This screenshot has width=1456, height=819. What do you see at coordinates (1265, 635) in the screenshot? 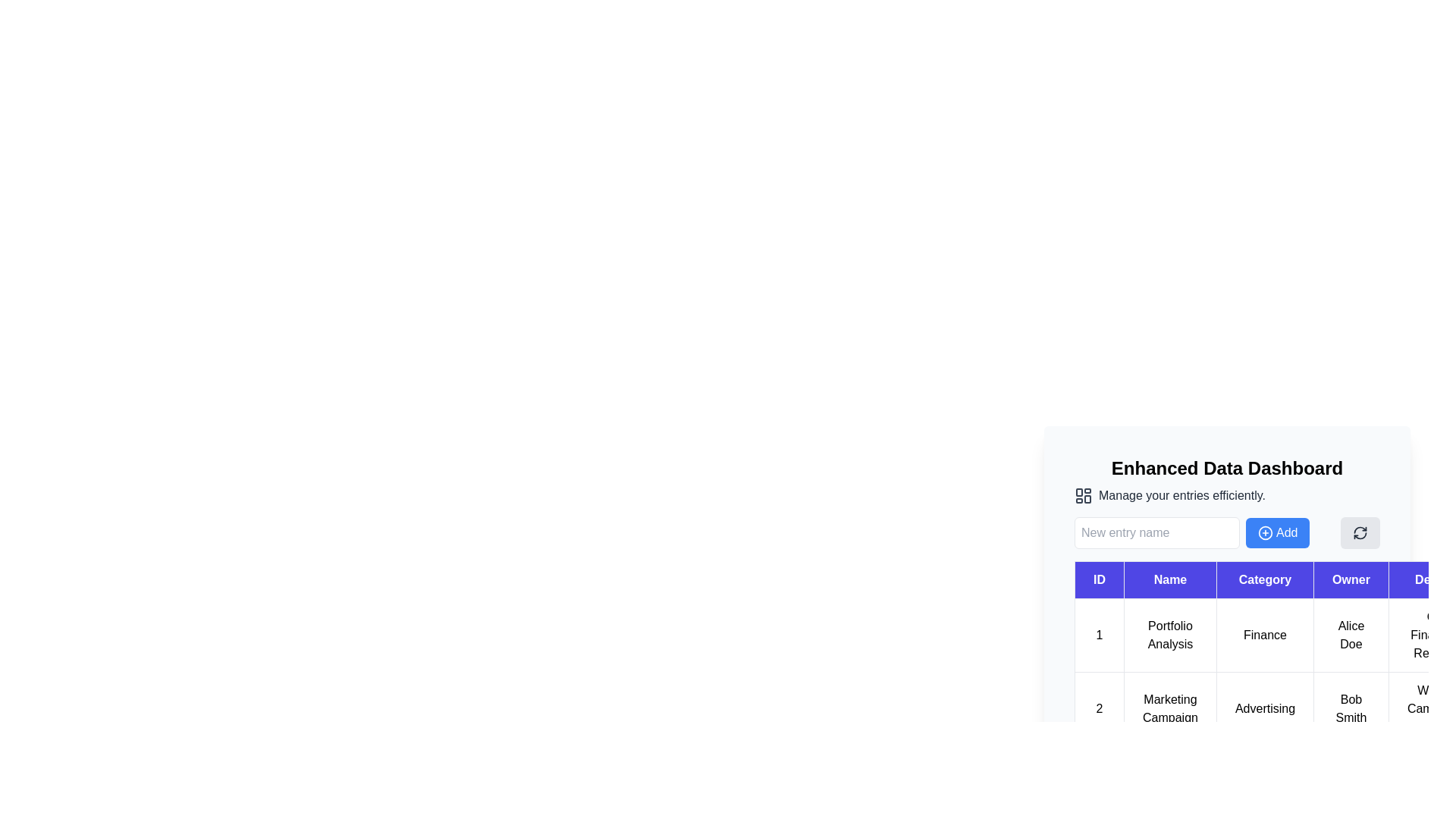
I see `the static text label indicating 'Finance' in the third column of the first row of the data table under the header 'Category'` at bounding box center [1265, 635].